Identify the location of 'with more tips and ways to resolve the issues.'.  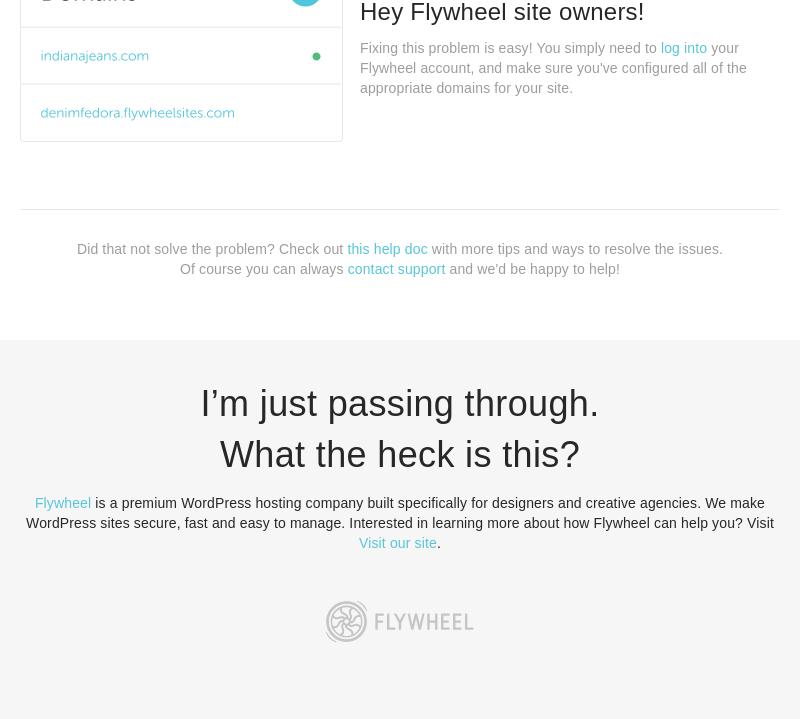
(574, 247).